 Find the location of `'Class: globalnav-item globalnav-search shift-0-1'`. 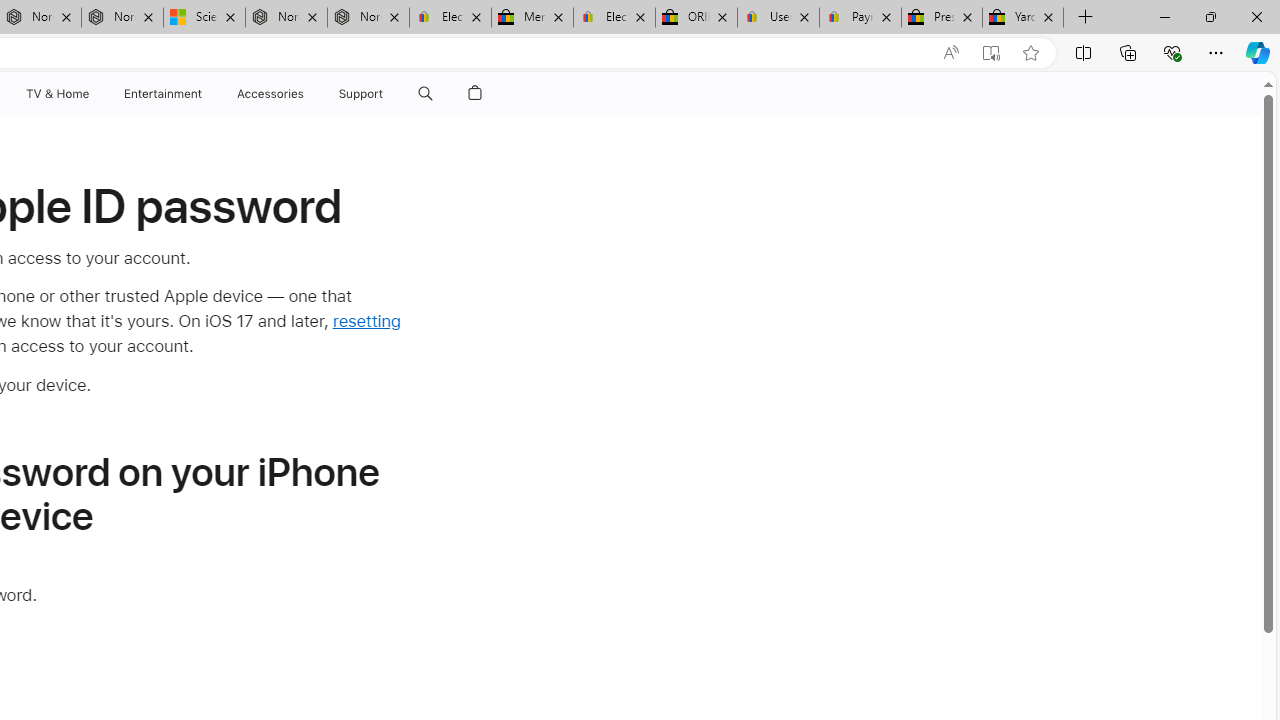

'Class: globalnav-item globalnav-search shift-0-1' is located at coordinates (424, 93).